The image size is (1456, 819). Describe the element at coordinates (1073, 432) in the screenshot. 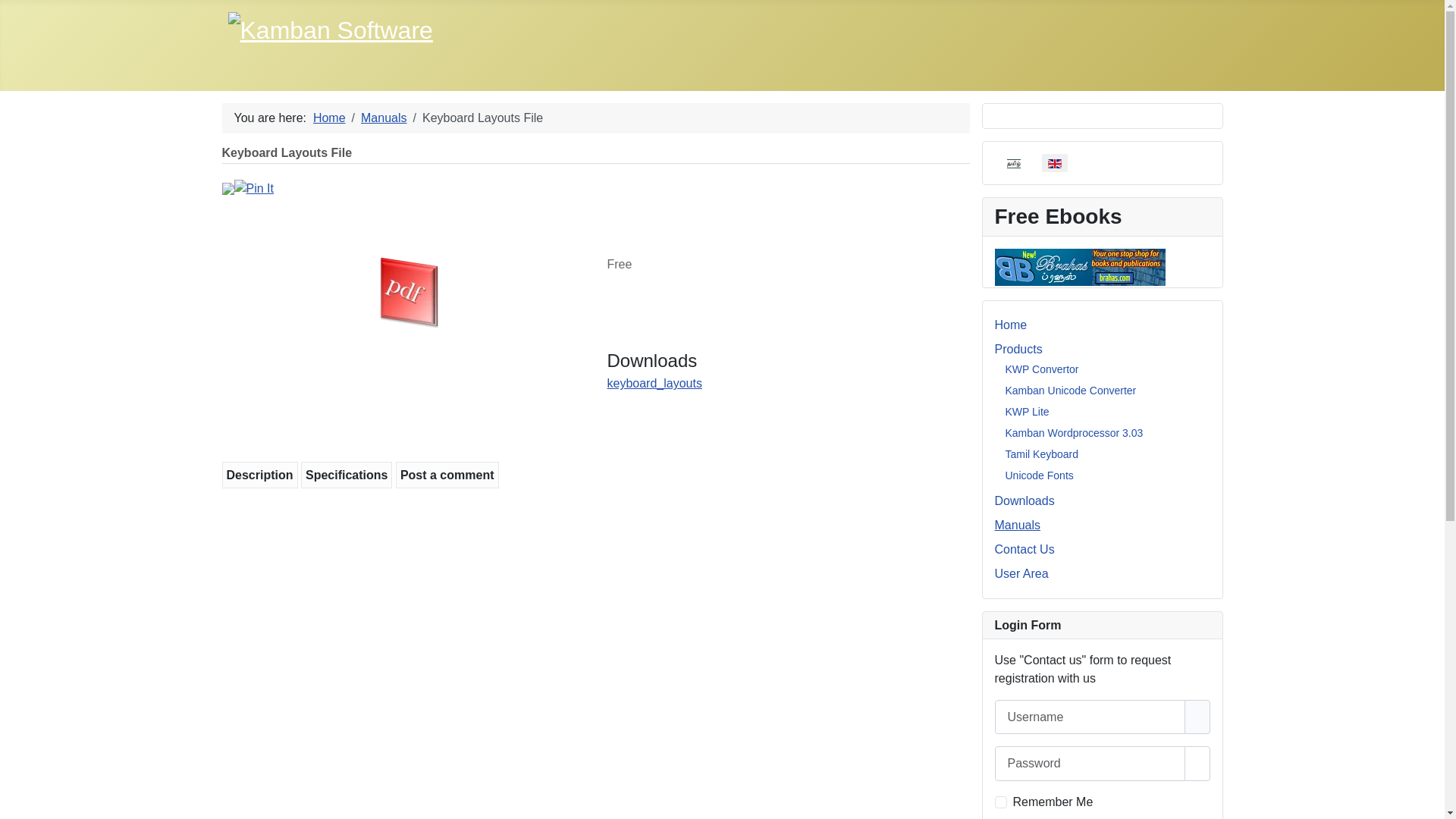

I see `'Kamban Wordprocessor 3.03'` at that location.